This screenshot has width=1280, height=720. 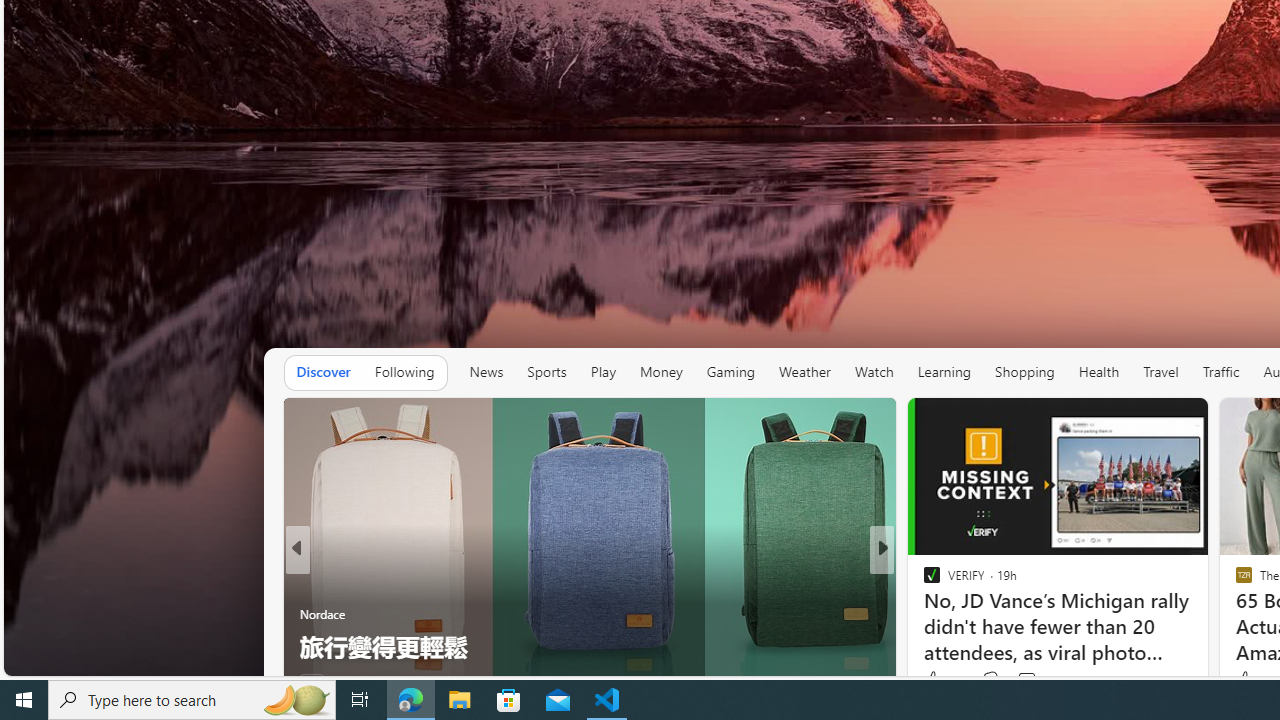 What do you see at coordinates (602, 372) in the screenshot?
I see `'Play'` at bounding box center [602, 372].